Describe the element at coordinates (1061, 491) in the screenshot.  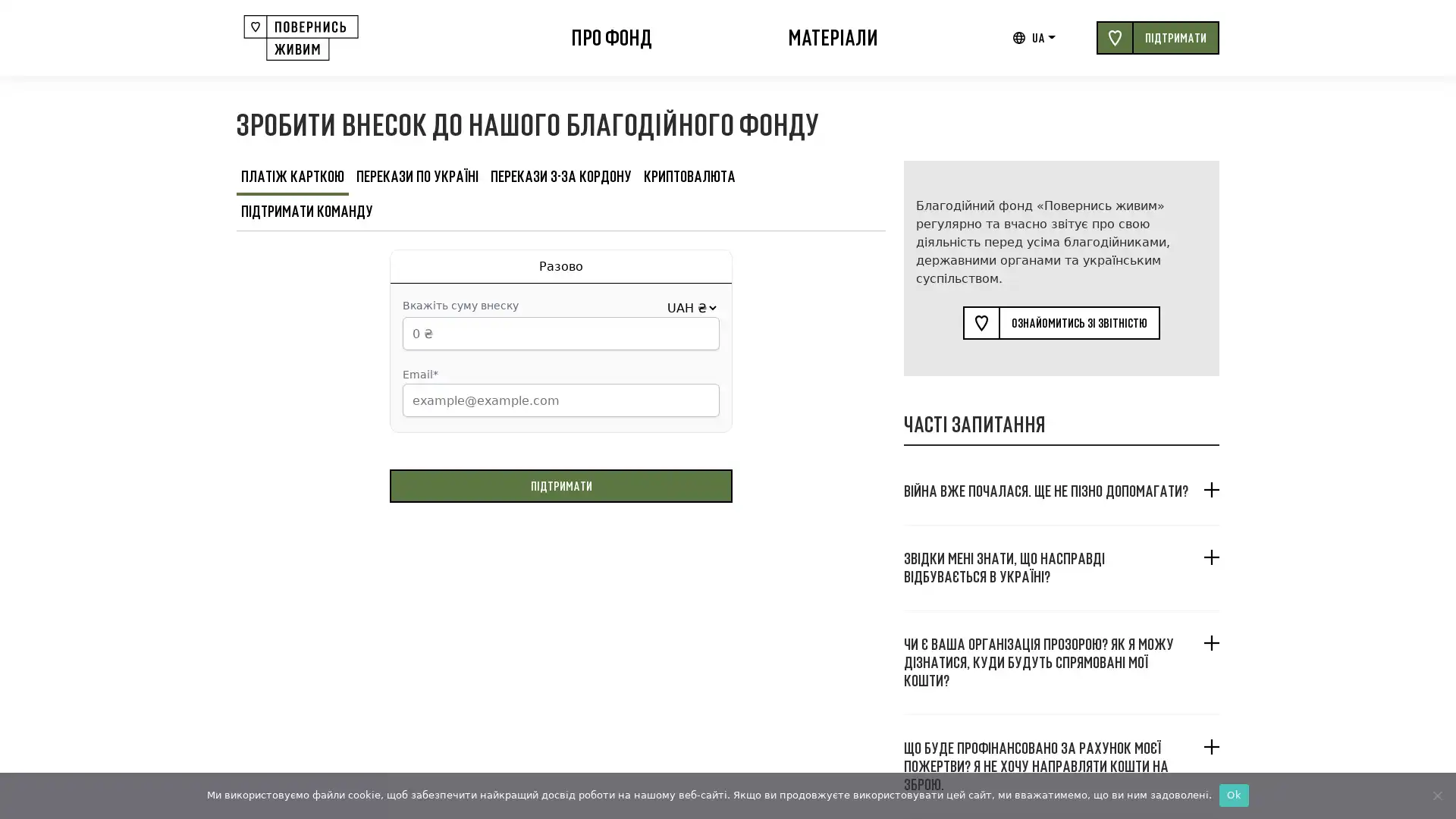
I see `.    ?` at that location.